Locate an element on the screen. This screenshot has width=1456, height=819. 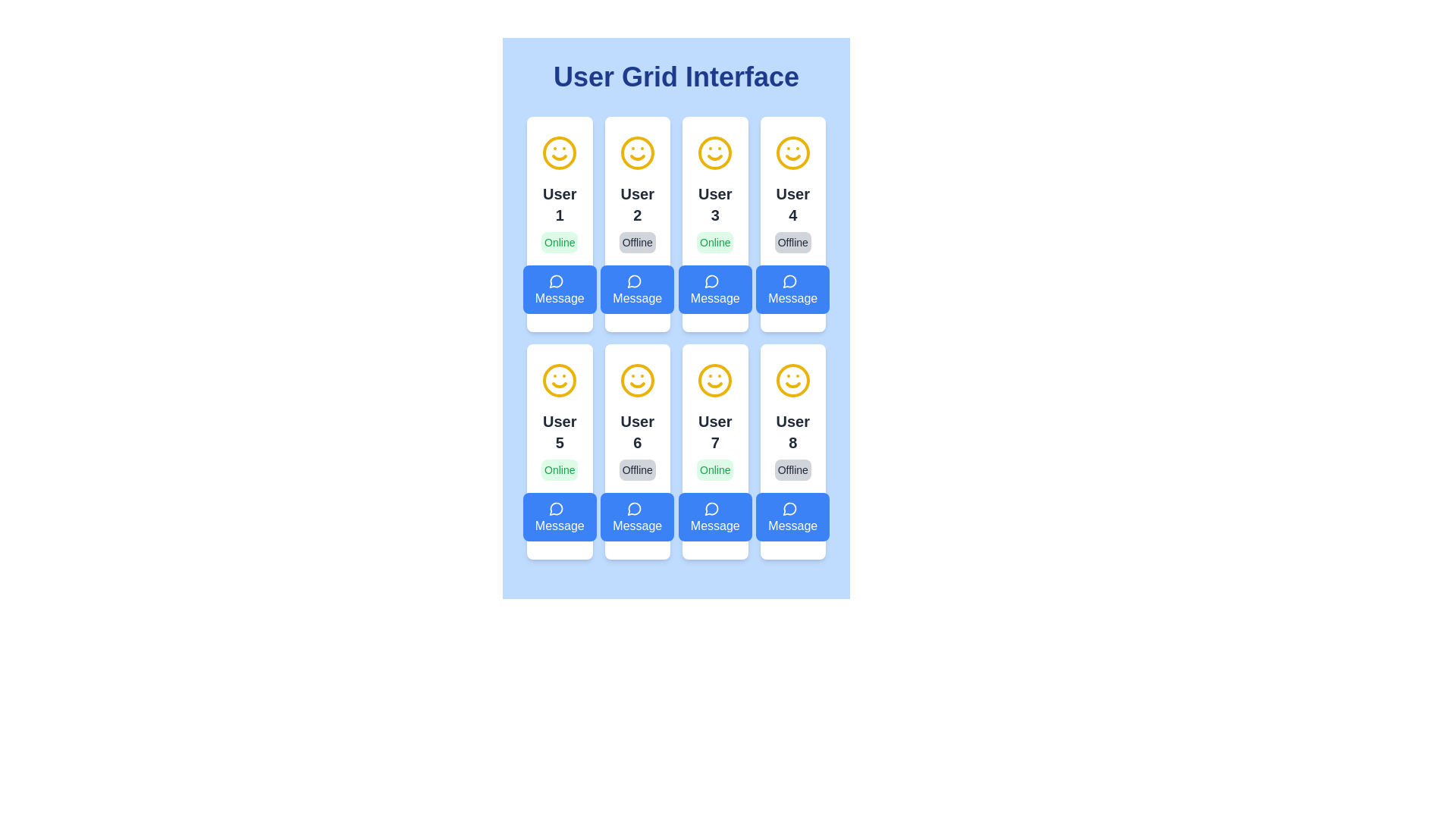
the yellow-filled circular element that forms the outer structure of the smiley face icon in the 'User 1' card, located in the first column and first row of the grid layout is located at coordinates (559, 152).